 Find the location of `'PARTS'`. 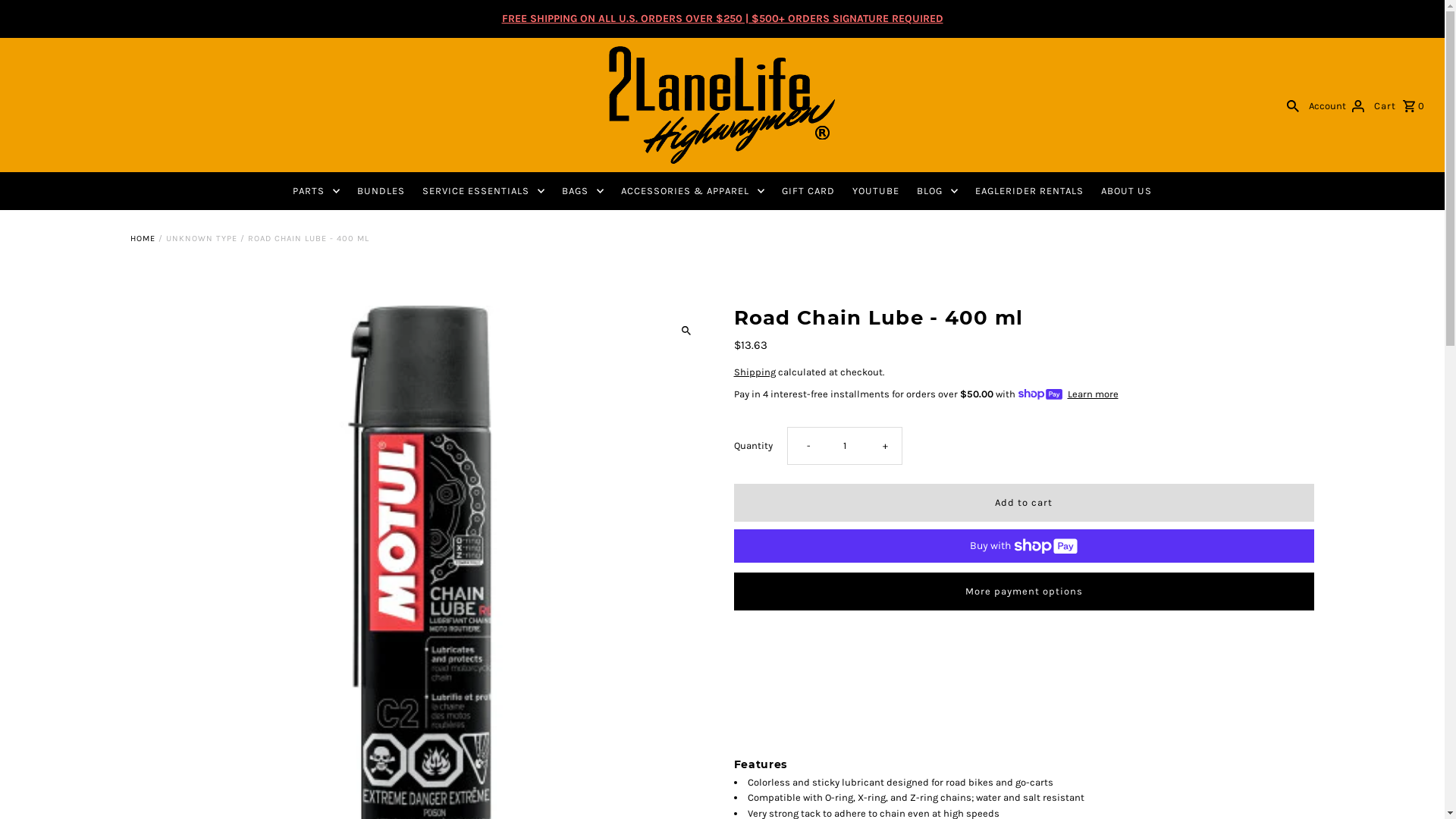

'PARTS' is located at coordinates (284, 190).